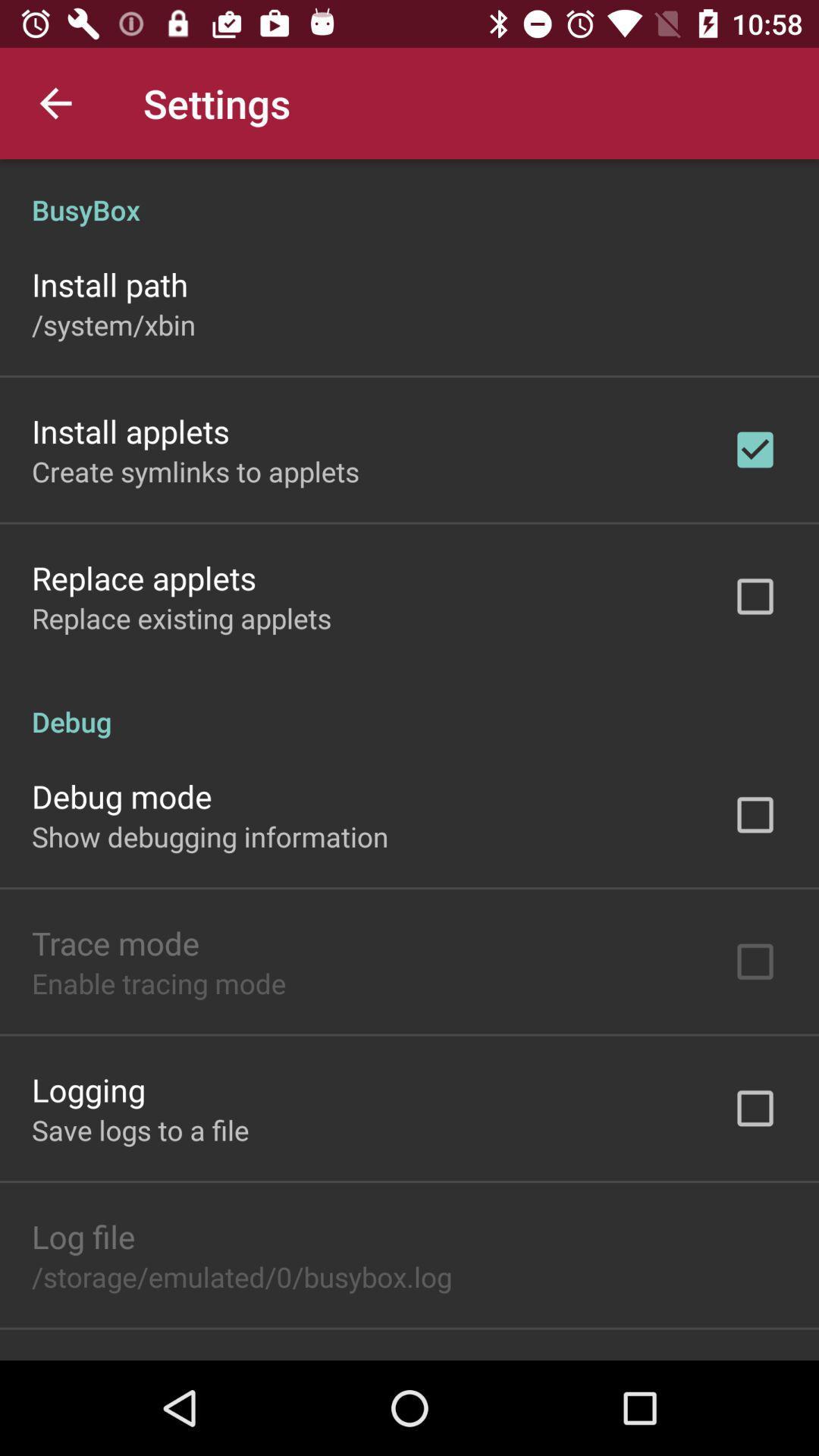  I want to click on the item above create symlinks to, so click(130, 430).